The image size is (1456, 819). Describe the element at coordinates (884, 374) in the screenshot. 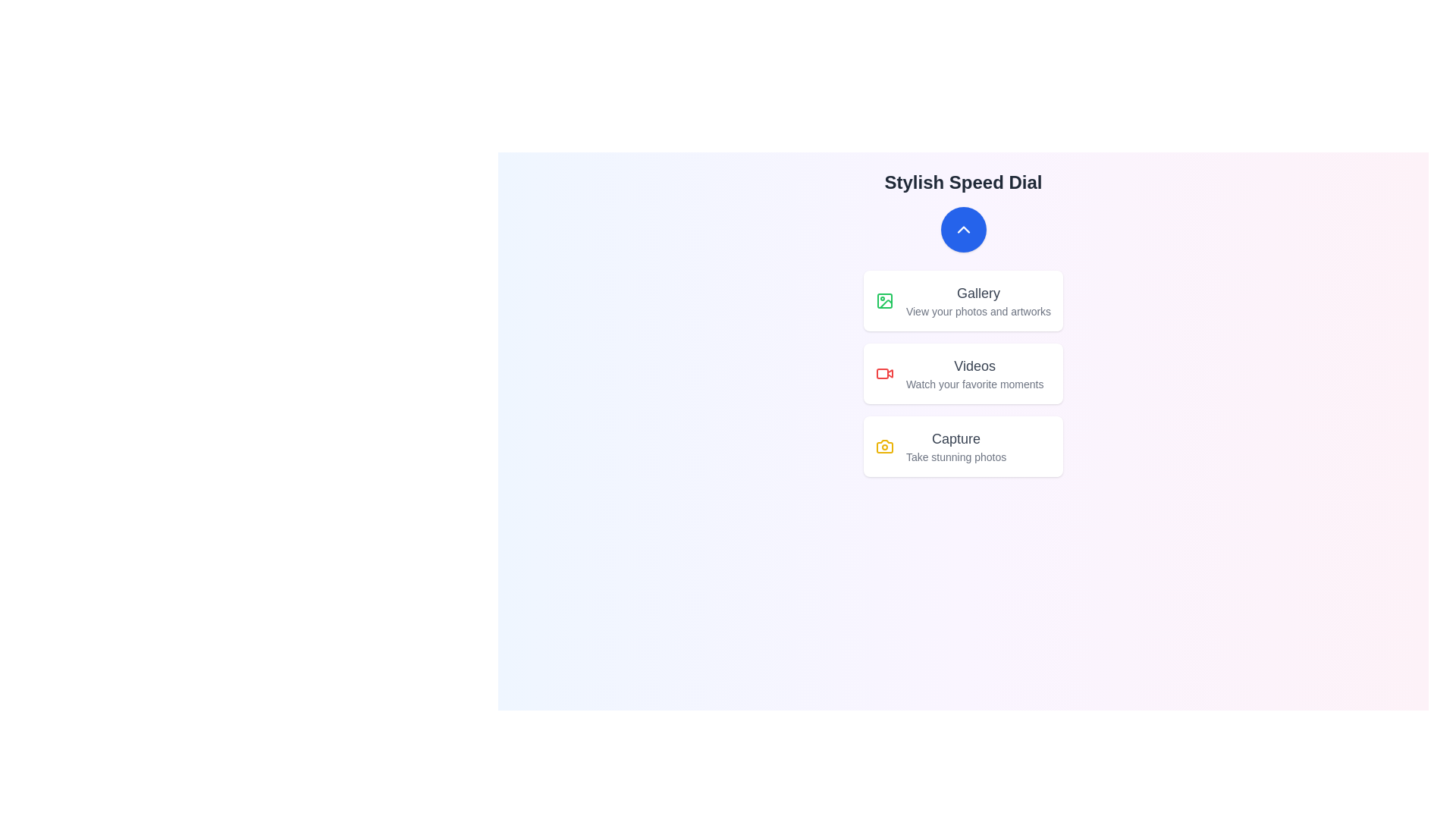

I see `the icon associated with Videos` at that location.